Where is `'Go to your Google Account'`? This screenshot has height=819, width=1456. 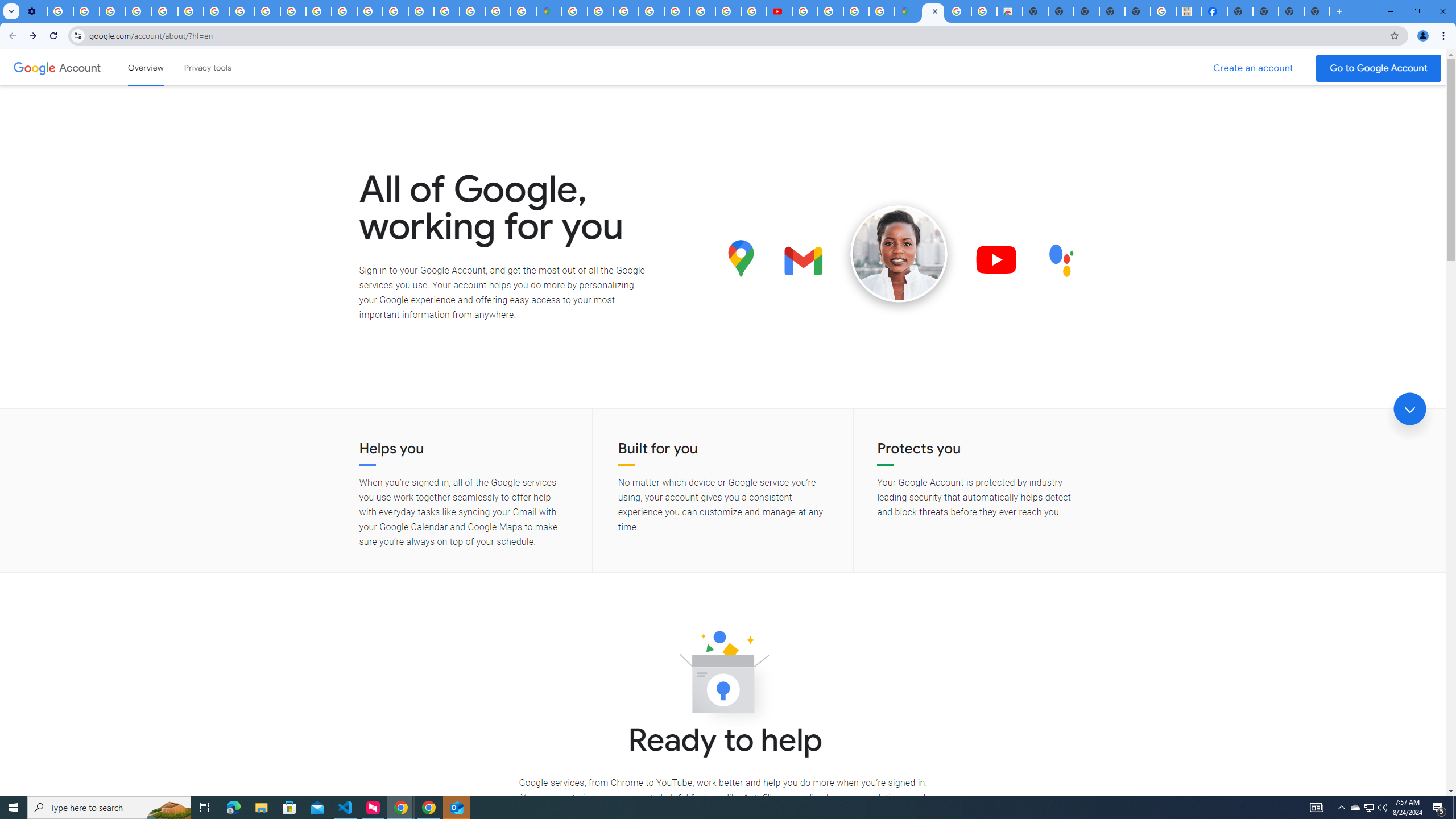 'Go to your Google Account' is located at coordinates (1379, 68).